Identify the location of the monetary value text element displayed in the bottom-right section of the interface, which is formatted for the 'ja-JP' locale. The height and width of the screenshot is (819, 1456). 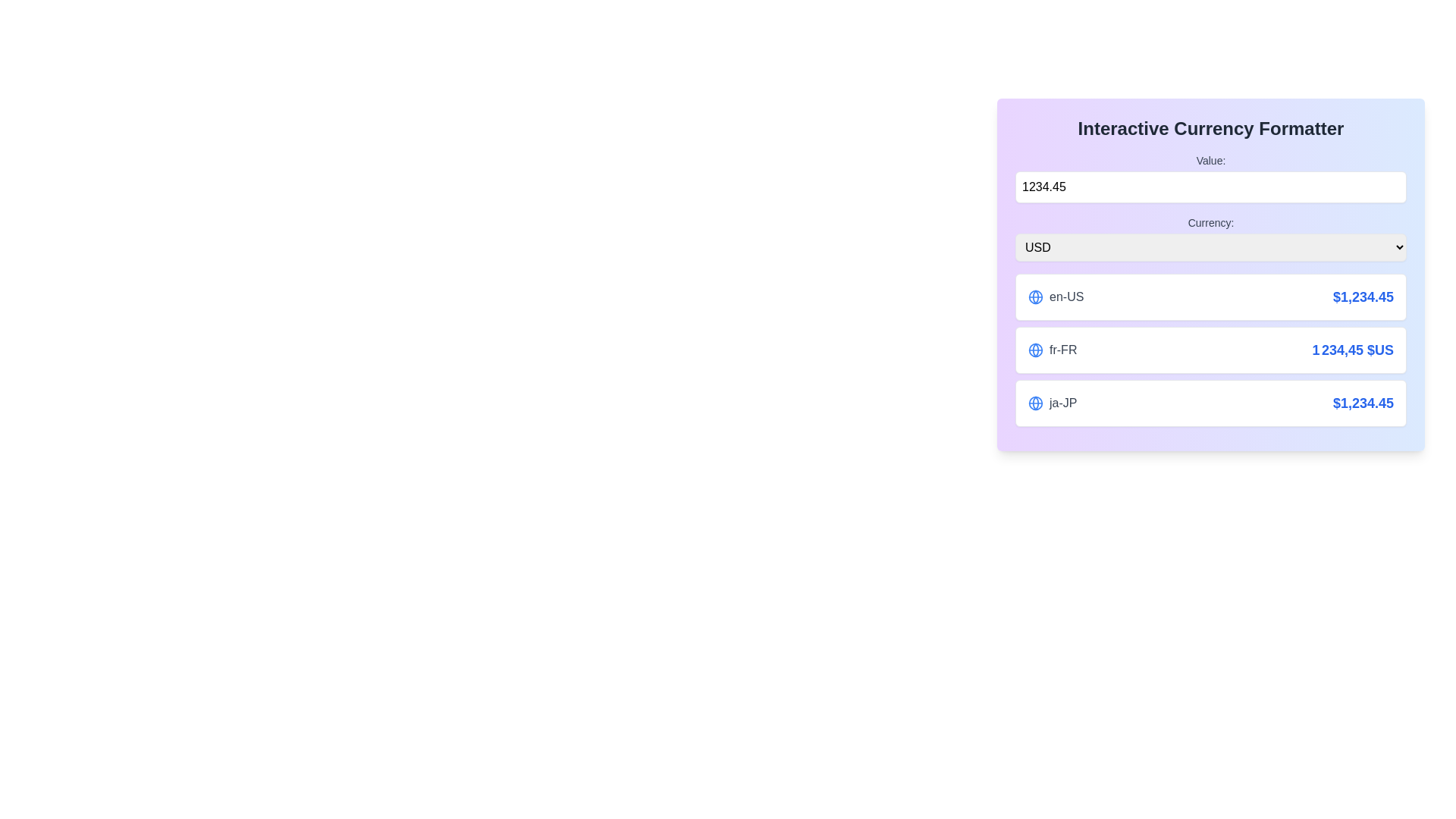
(1363, 403).